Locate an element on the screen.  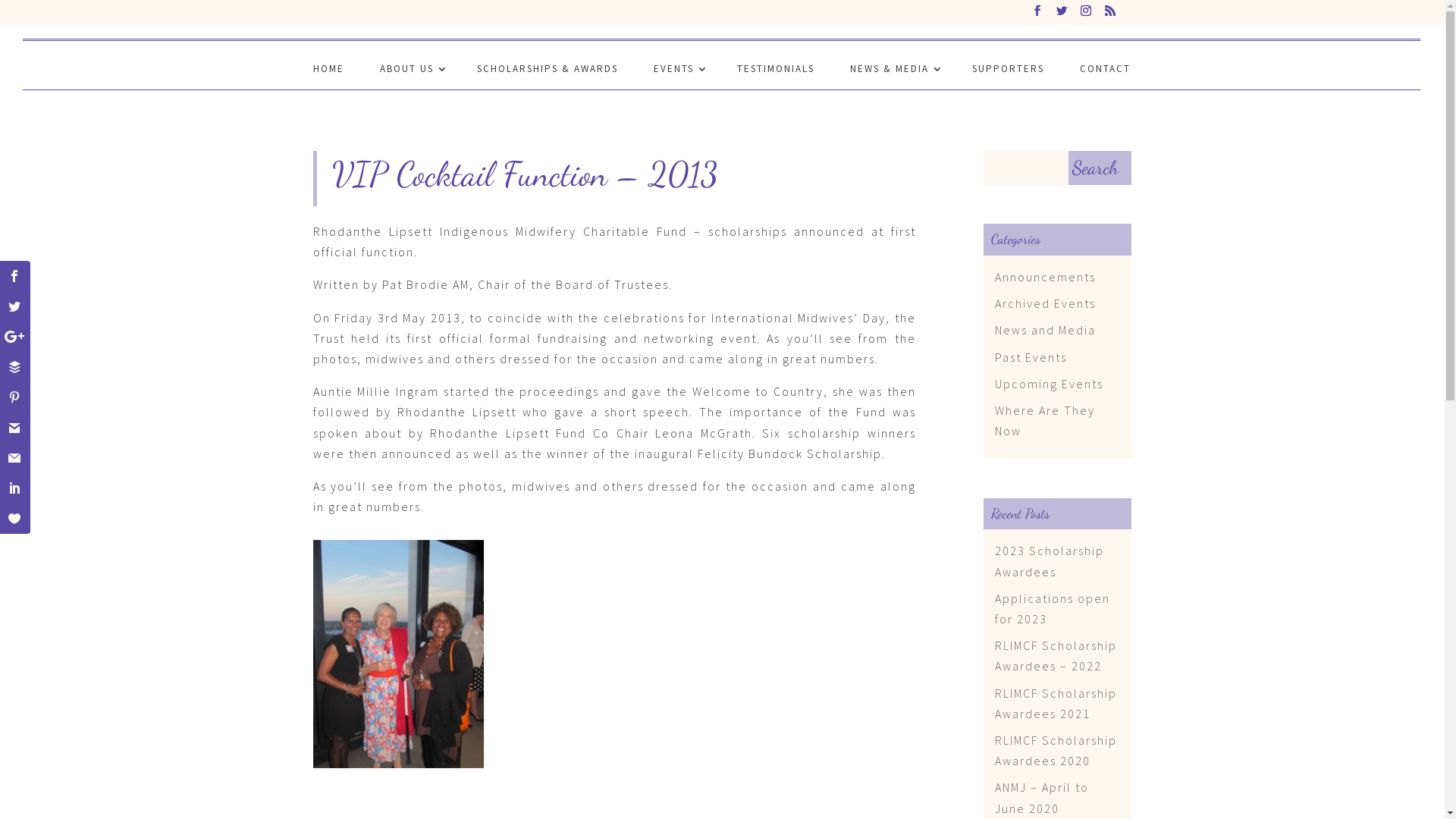
'EVENTS' is located at coordinates (676, 76).